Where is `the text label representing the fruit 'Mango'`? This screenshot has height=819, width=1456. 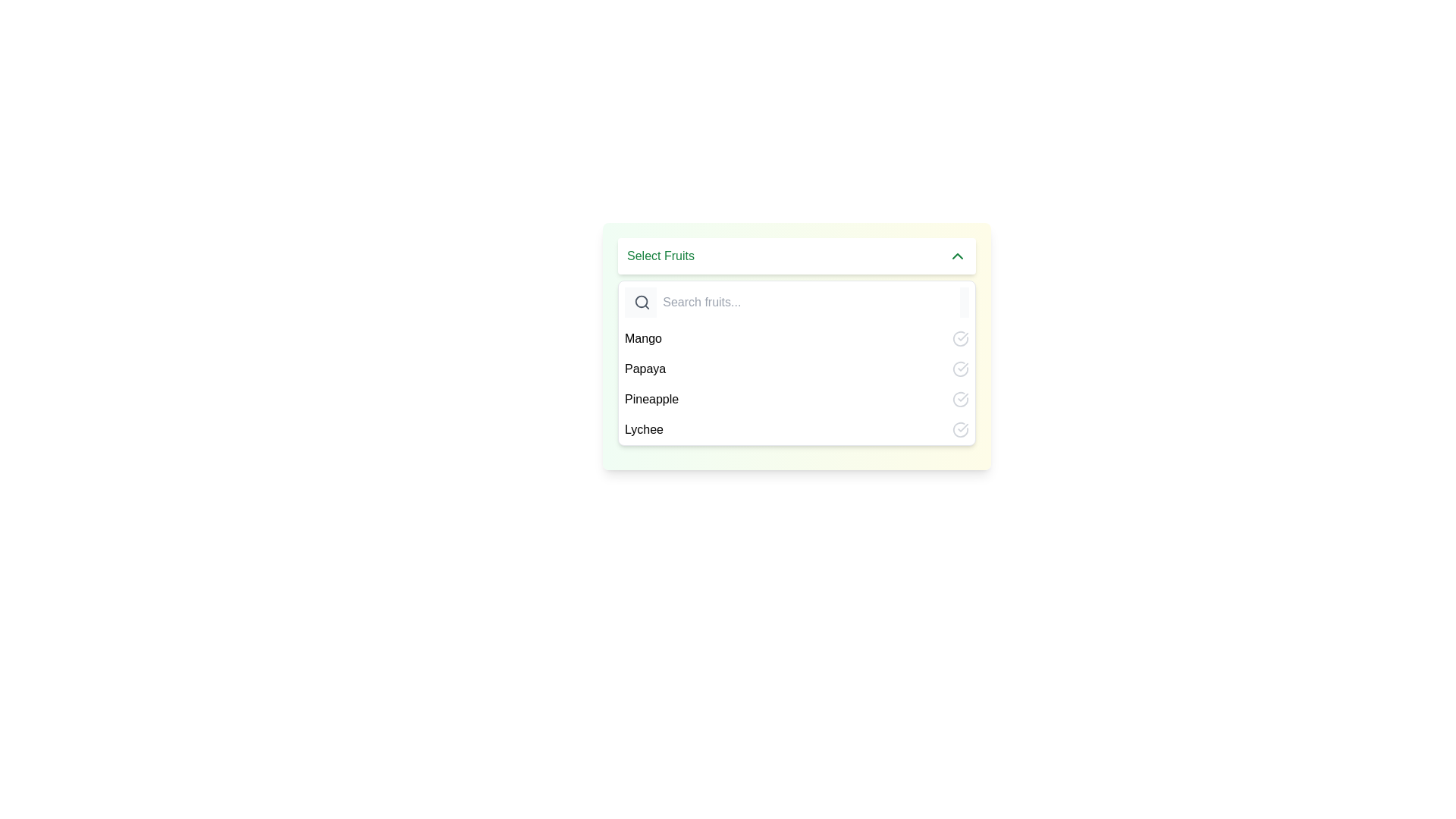
the text label representing the fruit 'Mango' is located at coordinates (643, 338).